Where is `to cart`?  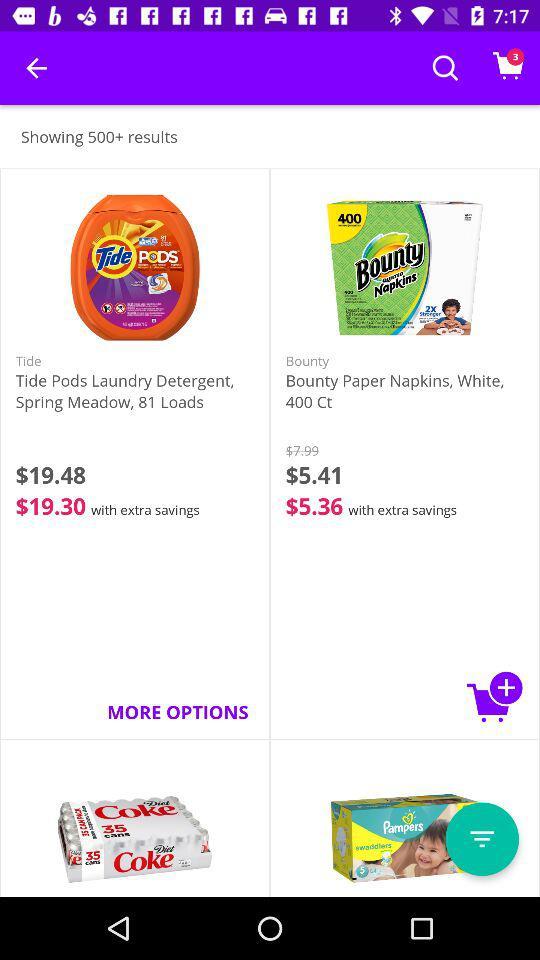
to cart is located at coordinates (494, 696).